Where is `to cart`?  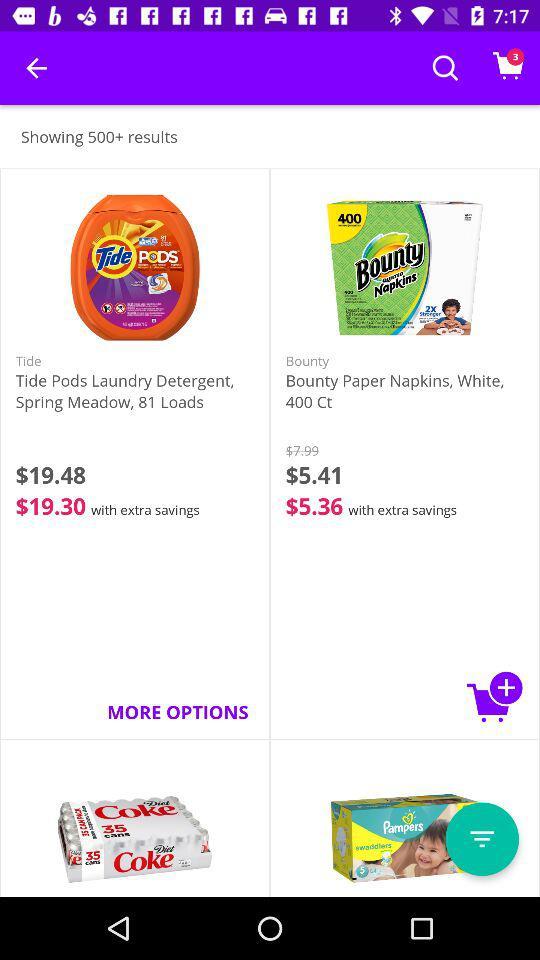
to cart is located at coordinates (494, 696).